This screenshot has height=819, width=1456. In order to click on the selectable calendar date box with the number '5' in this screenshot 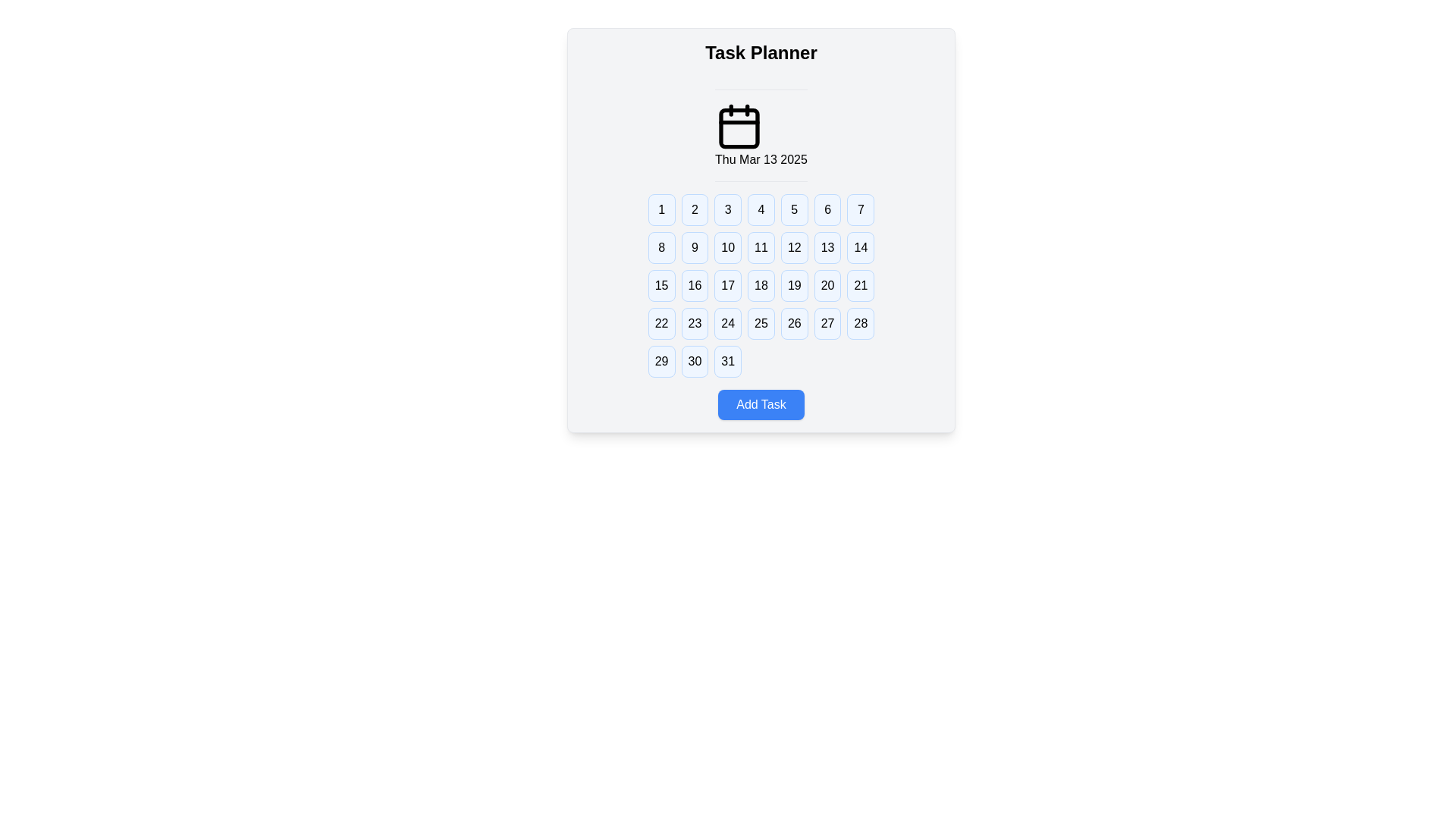, I will do `click(793, 210)`.